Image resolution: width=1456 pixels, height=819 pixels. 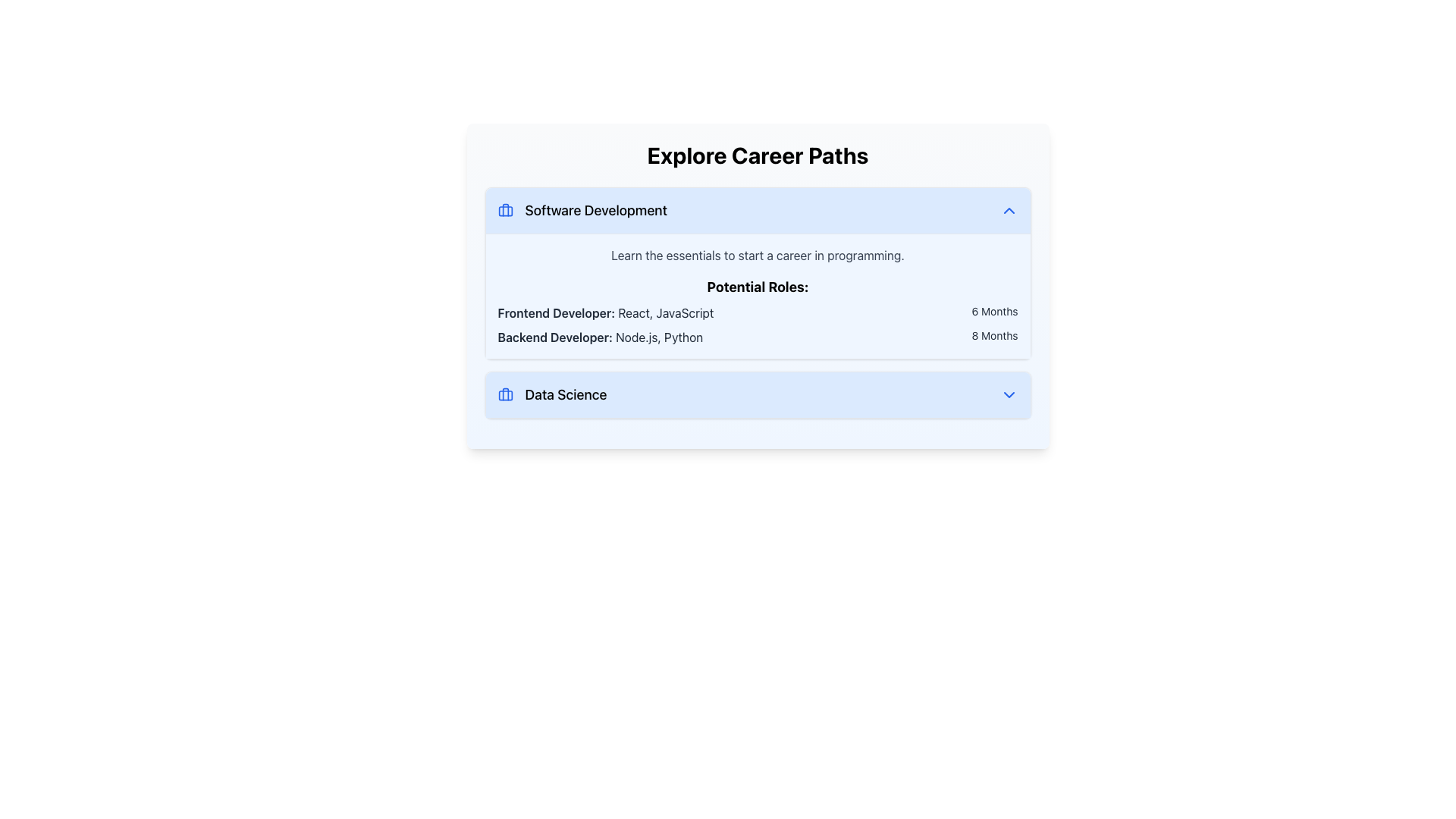 What do you see at coordinates (758, 296) in the screenshot?
I see `contents of the informational panel located below the 'Software Development' header, which describes potential career paths in software development` at bounding box center [758, 296].